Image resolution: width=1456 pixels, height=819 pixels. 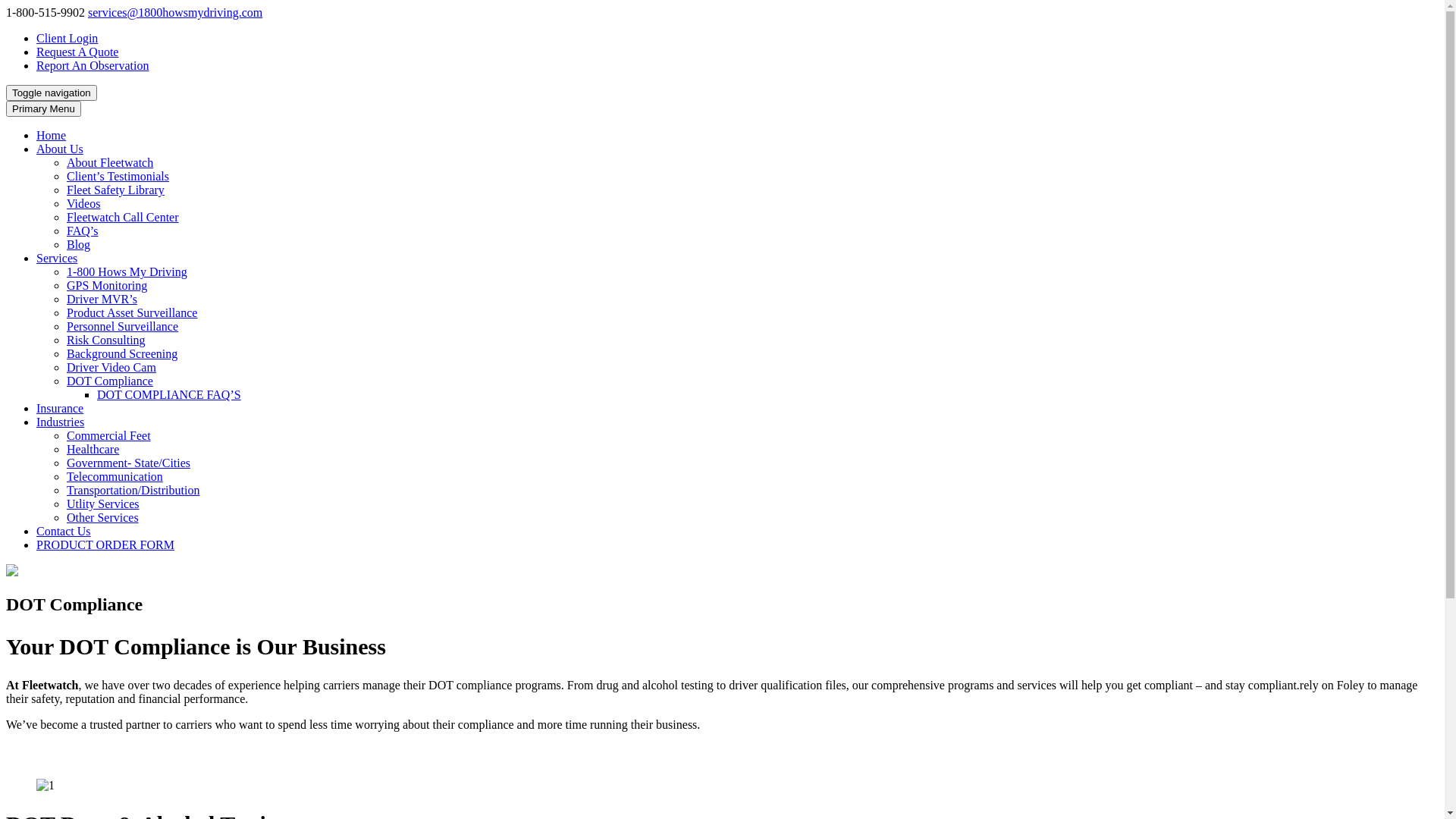 What do you see at coordinates (57, 257) in the screenshot?
I see `'Services'` at bounding box center [57, 257].